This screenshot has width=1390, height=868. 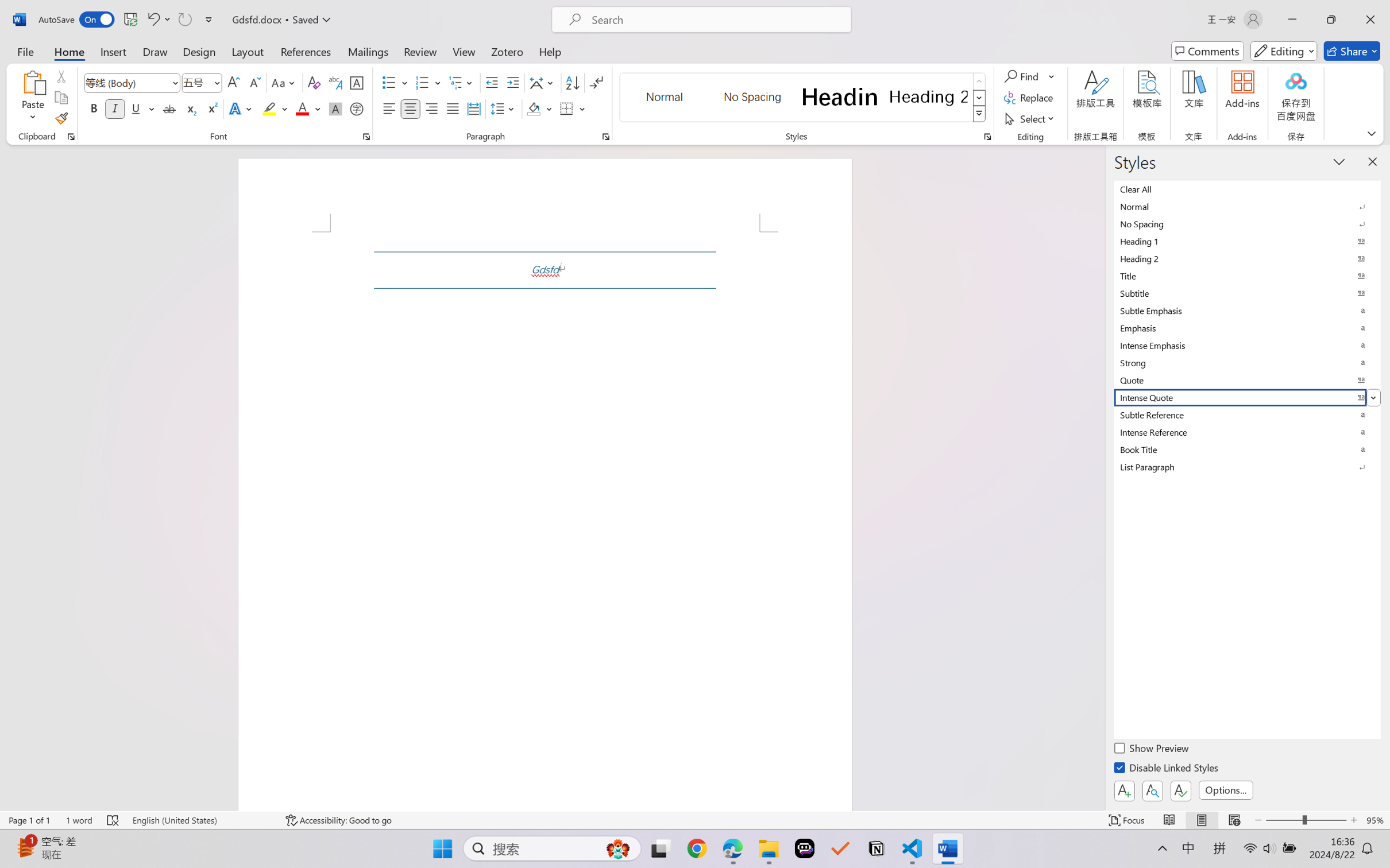 What do you see at coordinates (1339, 161) in the screenshot?
I see `'Task Pane Options'` at bounding box center [1339, 161].